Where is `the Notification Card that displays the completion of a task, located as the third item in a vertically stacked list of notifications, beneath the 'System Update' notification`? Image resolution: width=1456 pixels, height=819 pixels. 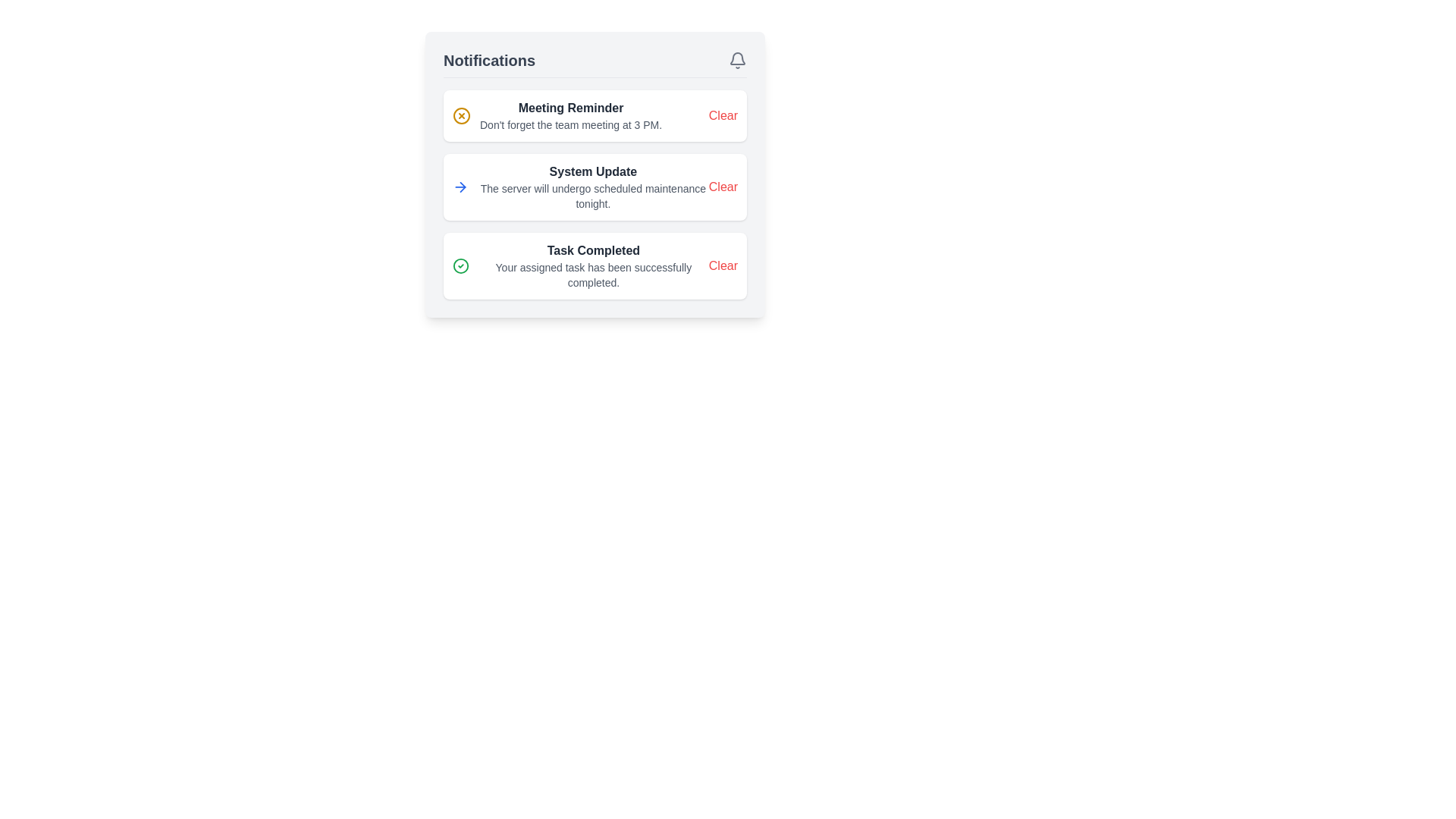
the Notification Card that displays the completion of a task, located as the third item in a vertically stacked list of notifications, beneath the 'System Update' notification is located at coordinates (595, 265).